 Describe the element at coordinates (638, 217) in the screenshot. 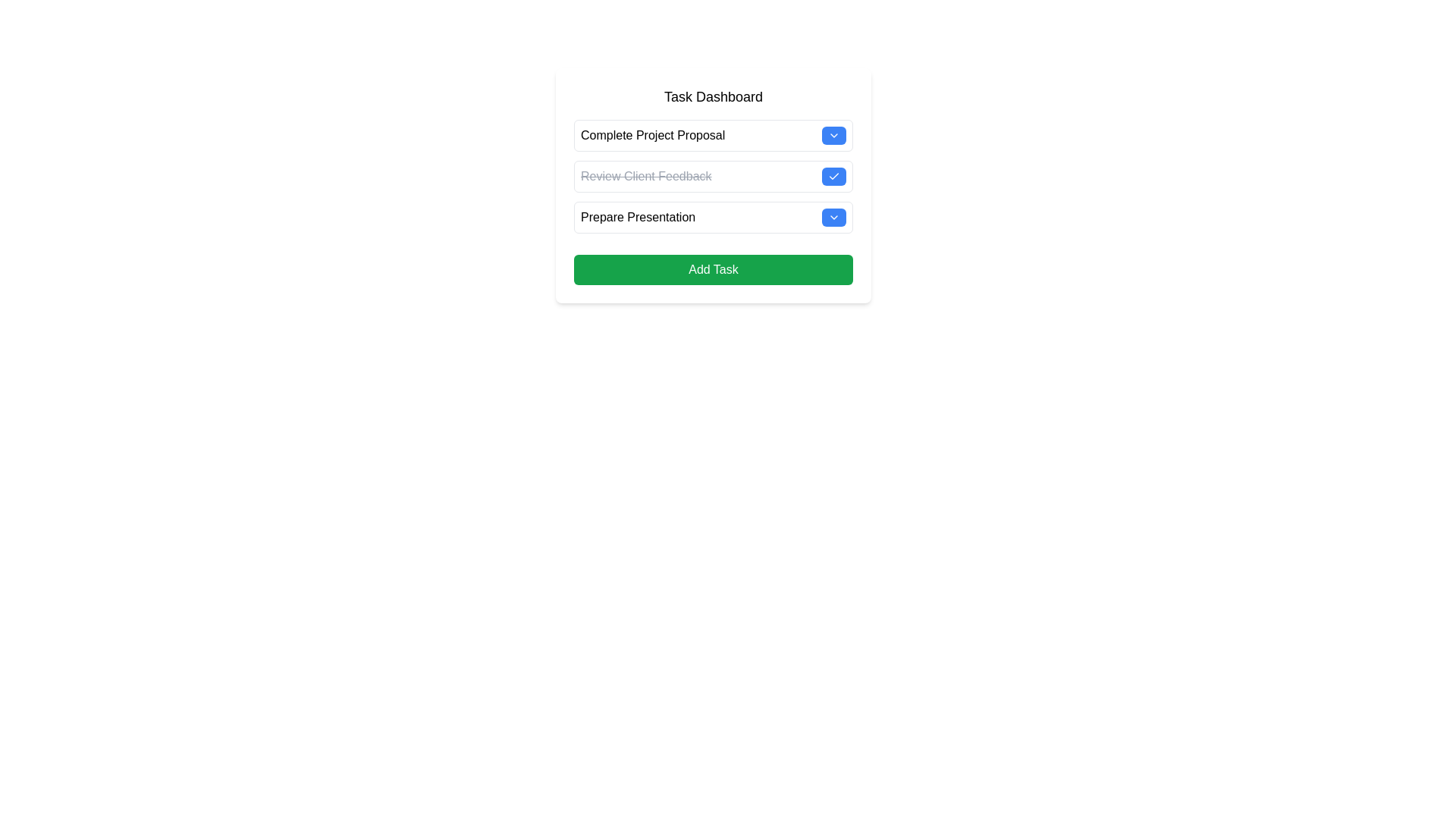

I see `the Text Label that identifies a specific task within the Task Dashboard, positioned as the third item in the task list` at that location.